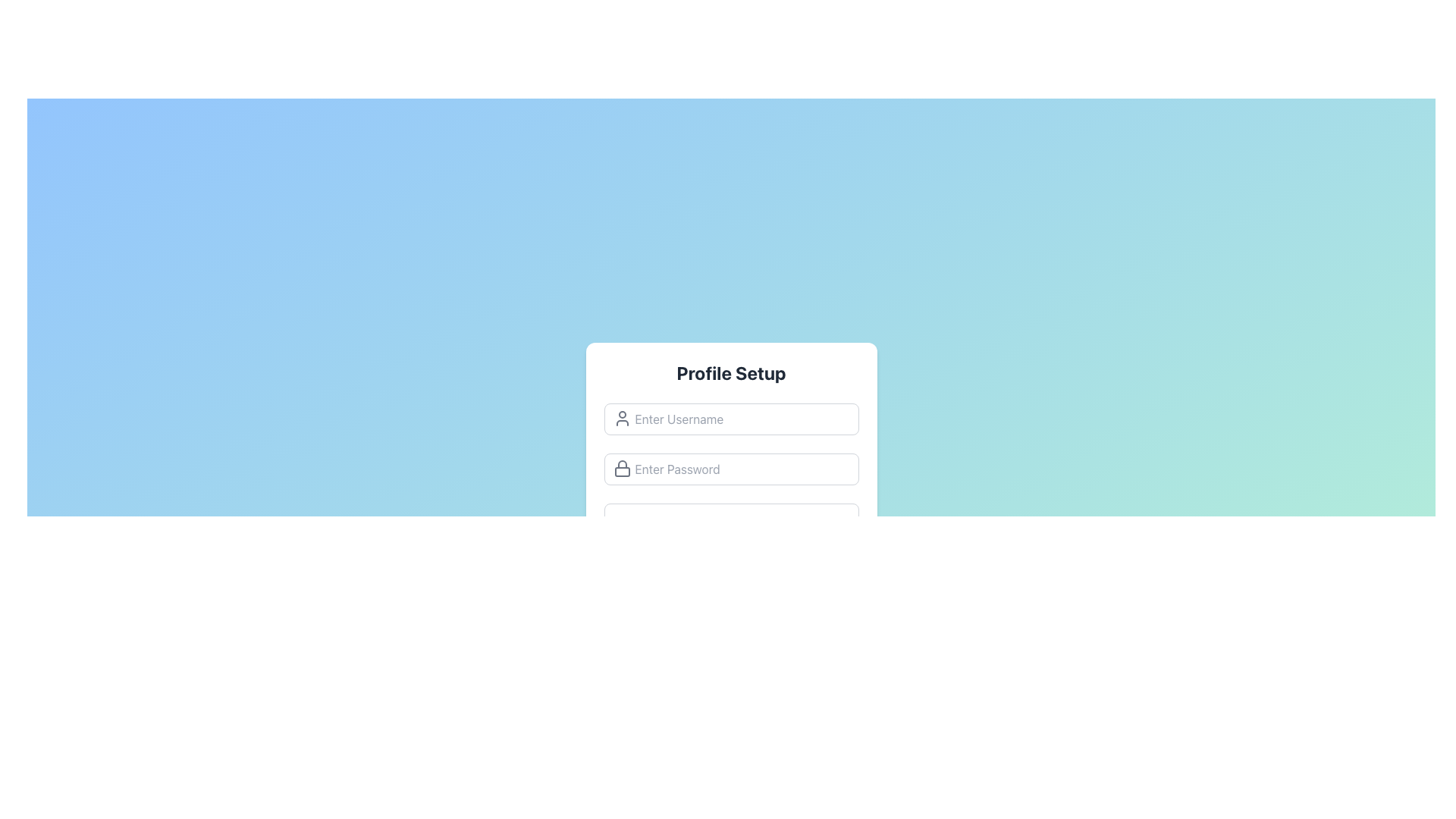  What do you see at coordinates (622, 418) in the screenshot?
I see `the user profile icon, which is a circular head and shoulders representation with a gray outline, located to the left of the 'Enter Username' text input field` at bounding box center [622, 418].